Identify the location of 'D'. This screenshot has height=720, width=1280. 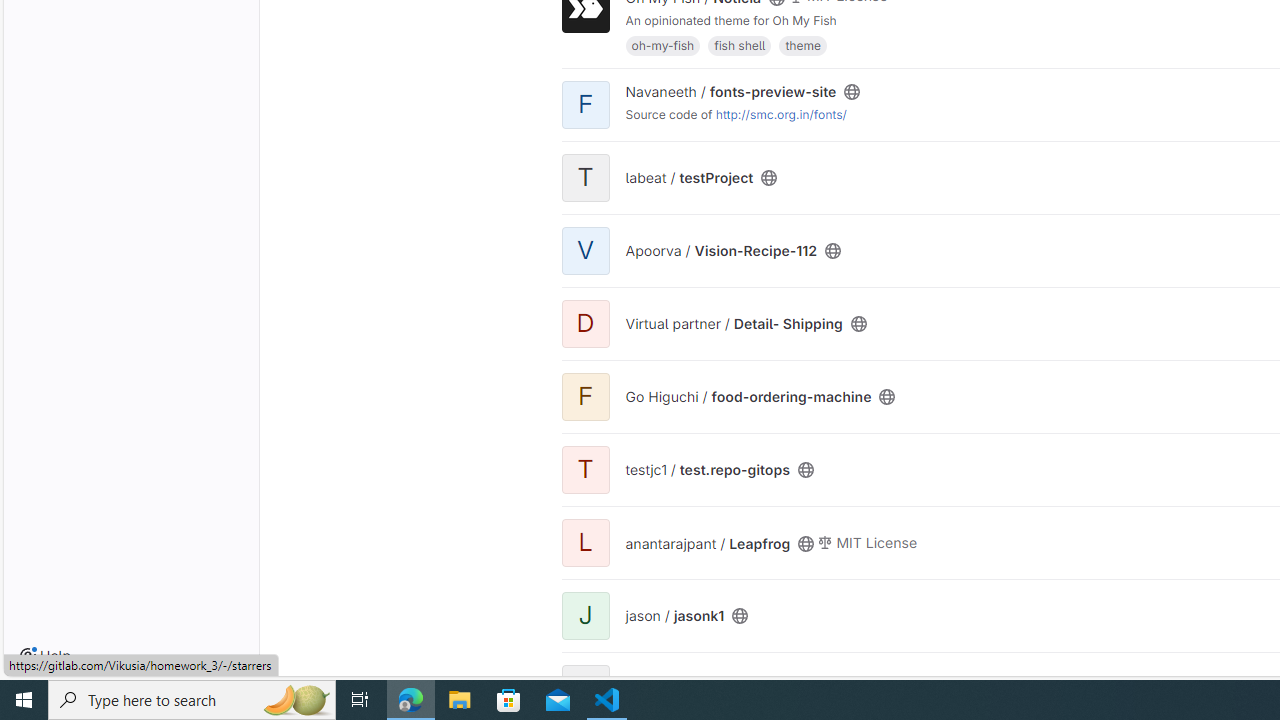
(584, 322).